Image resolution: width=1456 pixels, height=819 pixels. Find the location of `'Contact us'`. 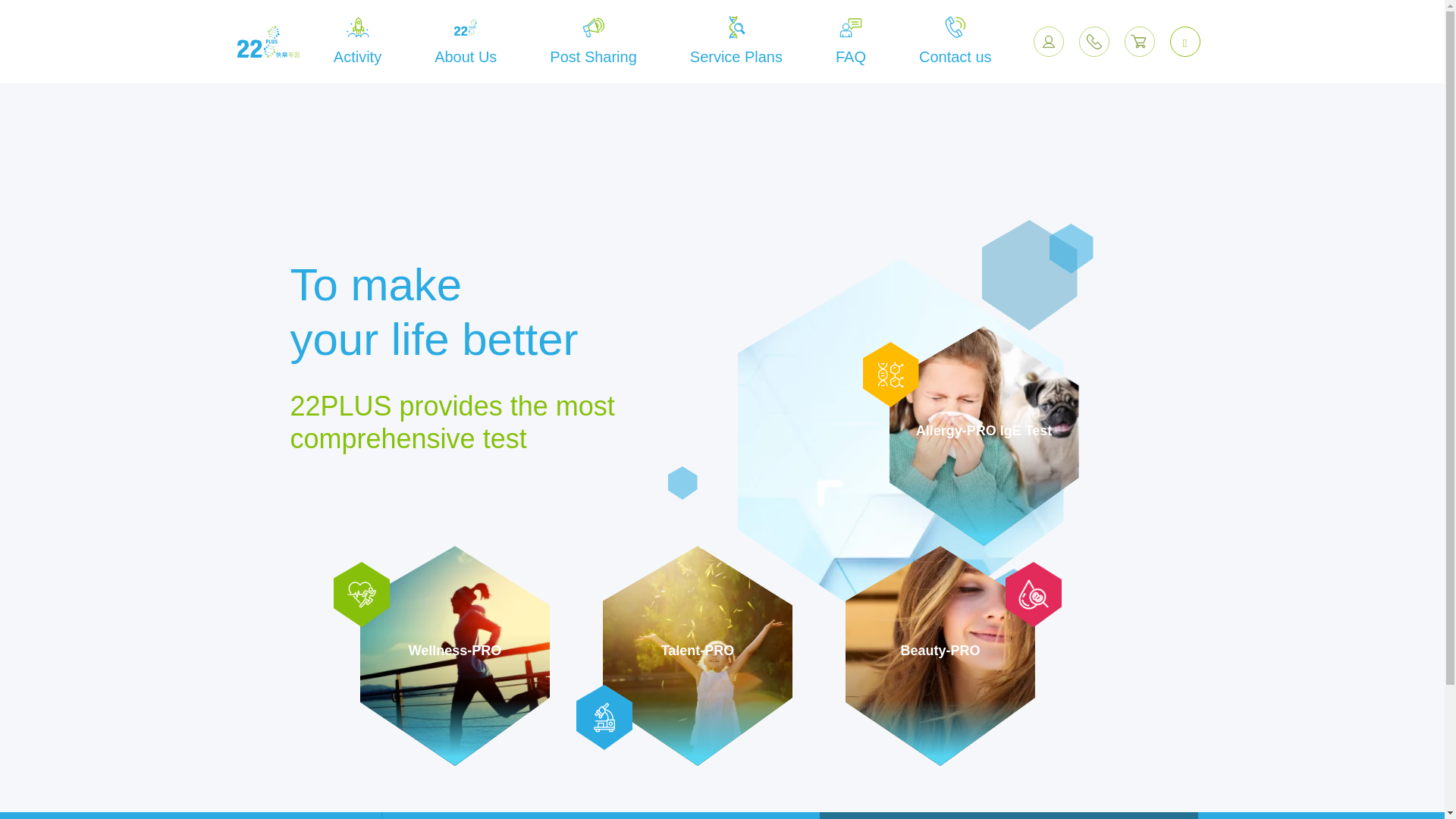

'Contact us' is located at coordinates (954, 40).